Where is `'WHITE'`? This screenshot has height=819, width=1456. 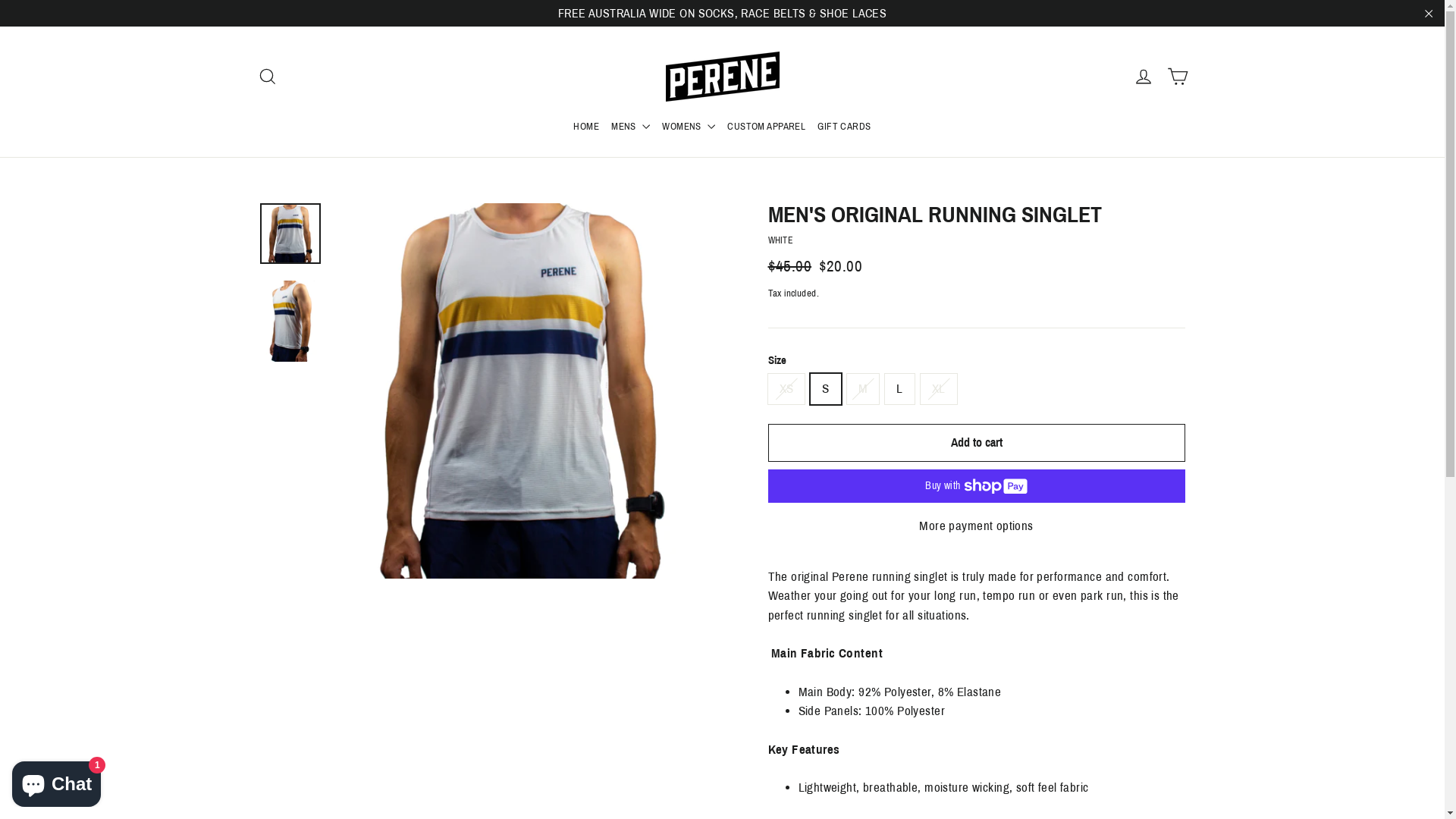 'WHITE' is located at coordinates (780, 239).